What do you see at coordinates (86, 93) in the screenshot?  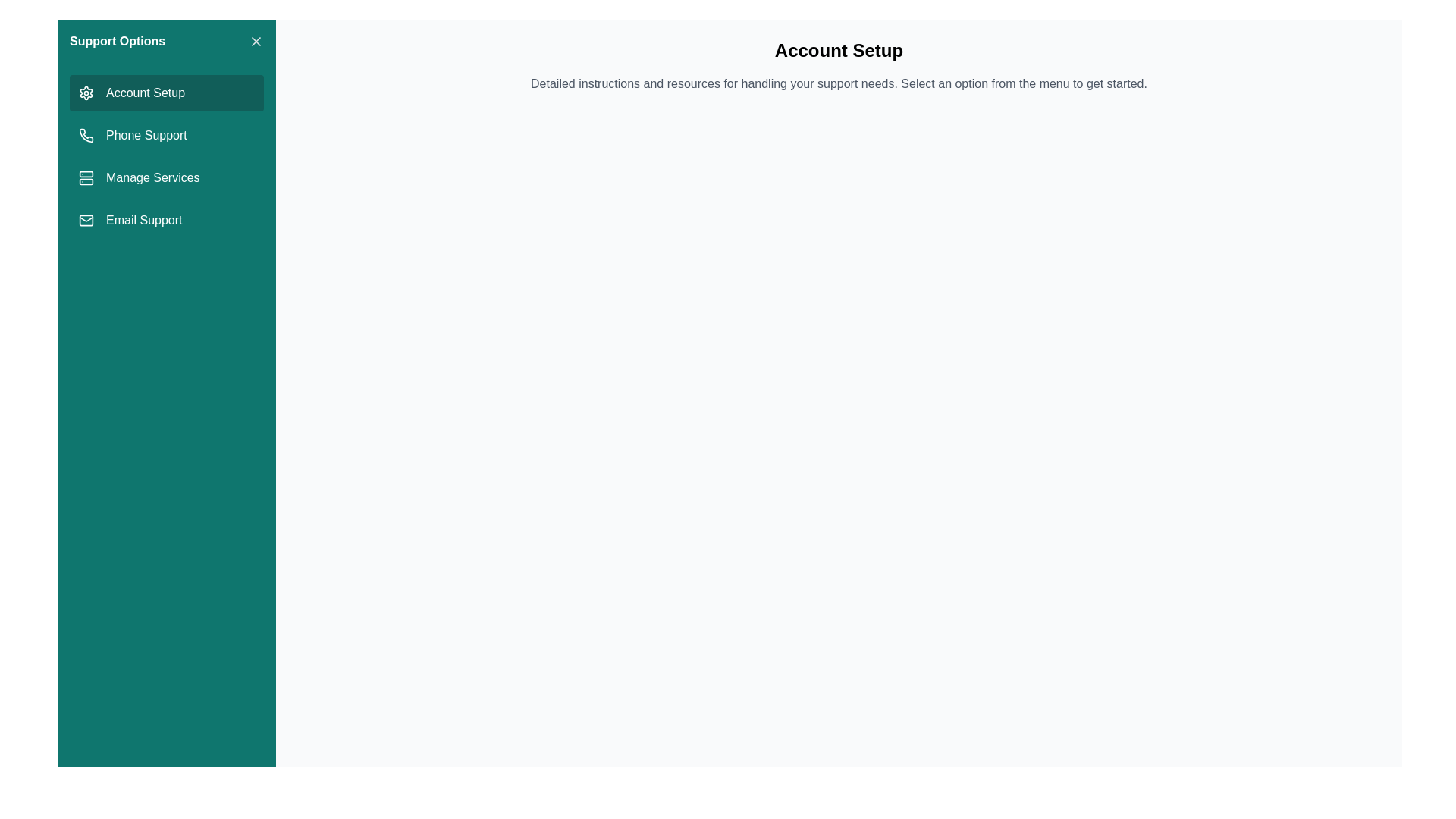 I see `the settings icon located in the left navigation menu next to the 'Account Setup' text` at bounding box center [86, 93].